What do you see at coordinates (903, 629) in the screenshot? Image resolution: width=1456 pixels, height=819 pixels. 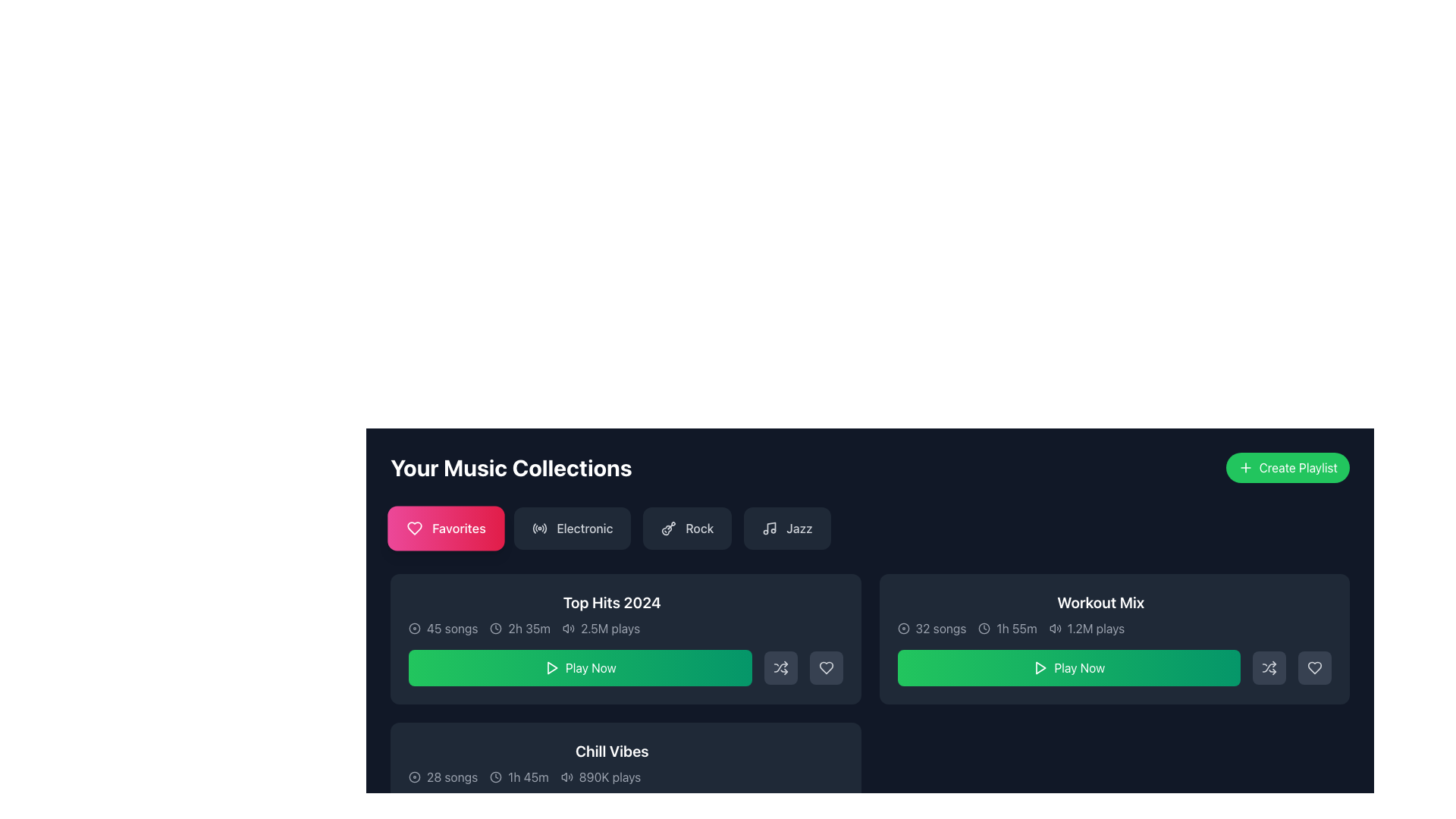 I see `the graphical icon resembling a compact disc located to the left of the '32 songs' text within the 'Workout Mix' playlist card` at bounding box center [903, 629].